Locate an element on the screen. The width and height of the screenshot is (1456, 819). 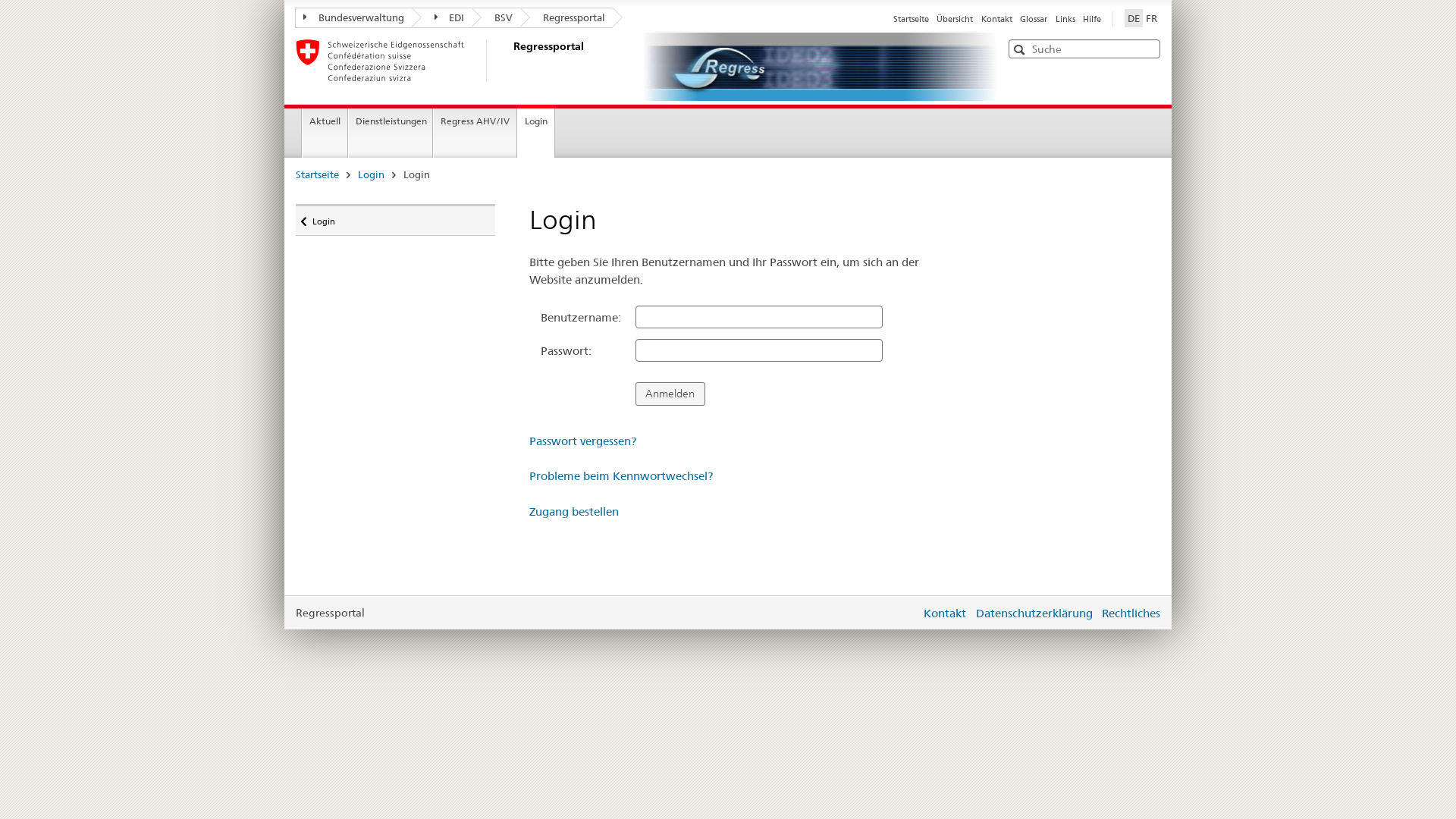
'Anmelden' is located at coordinates (669, 393).